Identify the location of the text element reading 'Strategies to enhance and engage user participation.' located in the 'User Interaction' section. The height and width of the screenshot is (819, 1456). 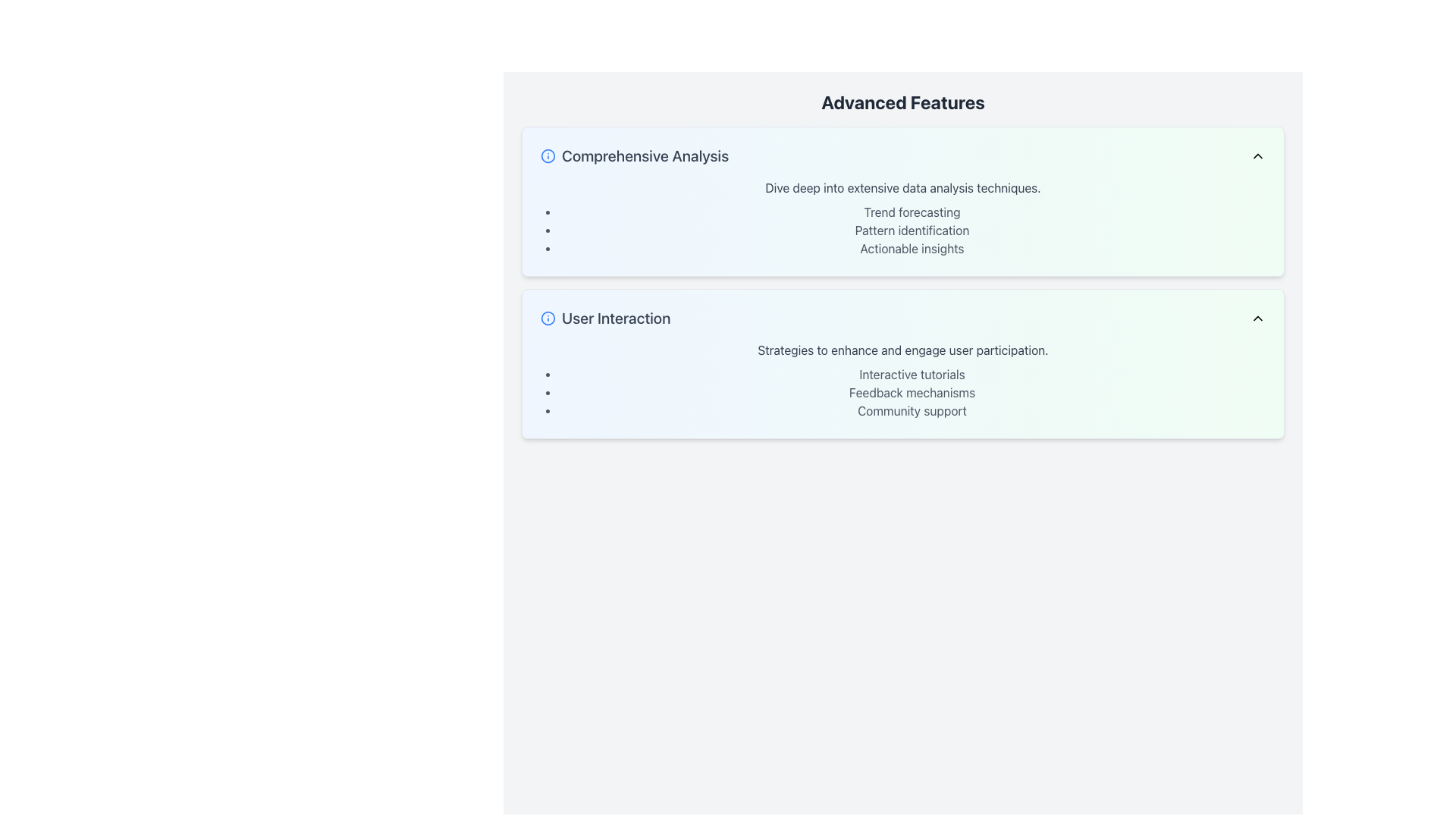
(902, 350).